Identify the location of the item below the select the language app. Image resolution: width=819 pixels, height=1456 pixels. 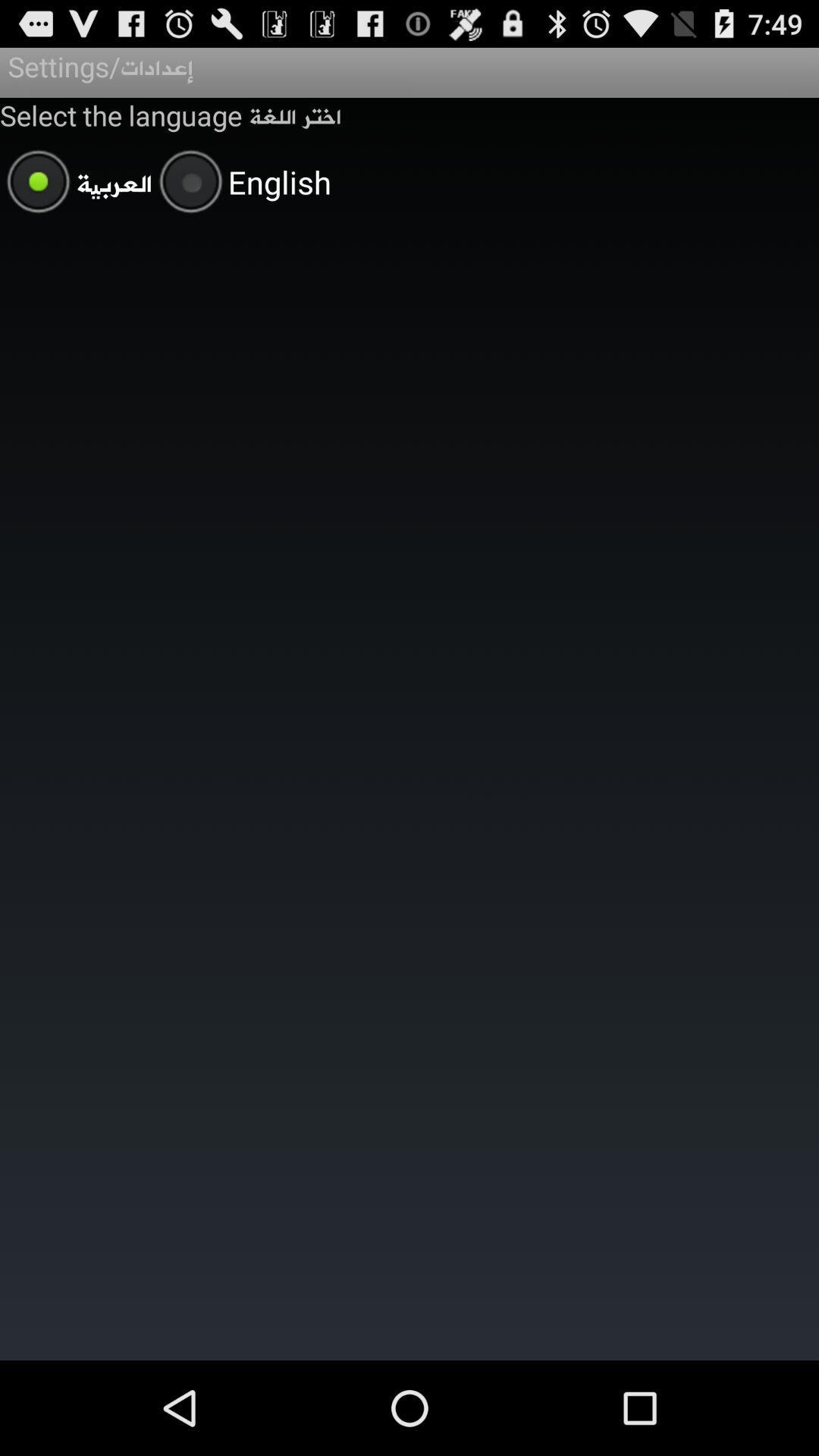
(241, 184).